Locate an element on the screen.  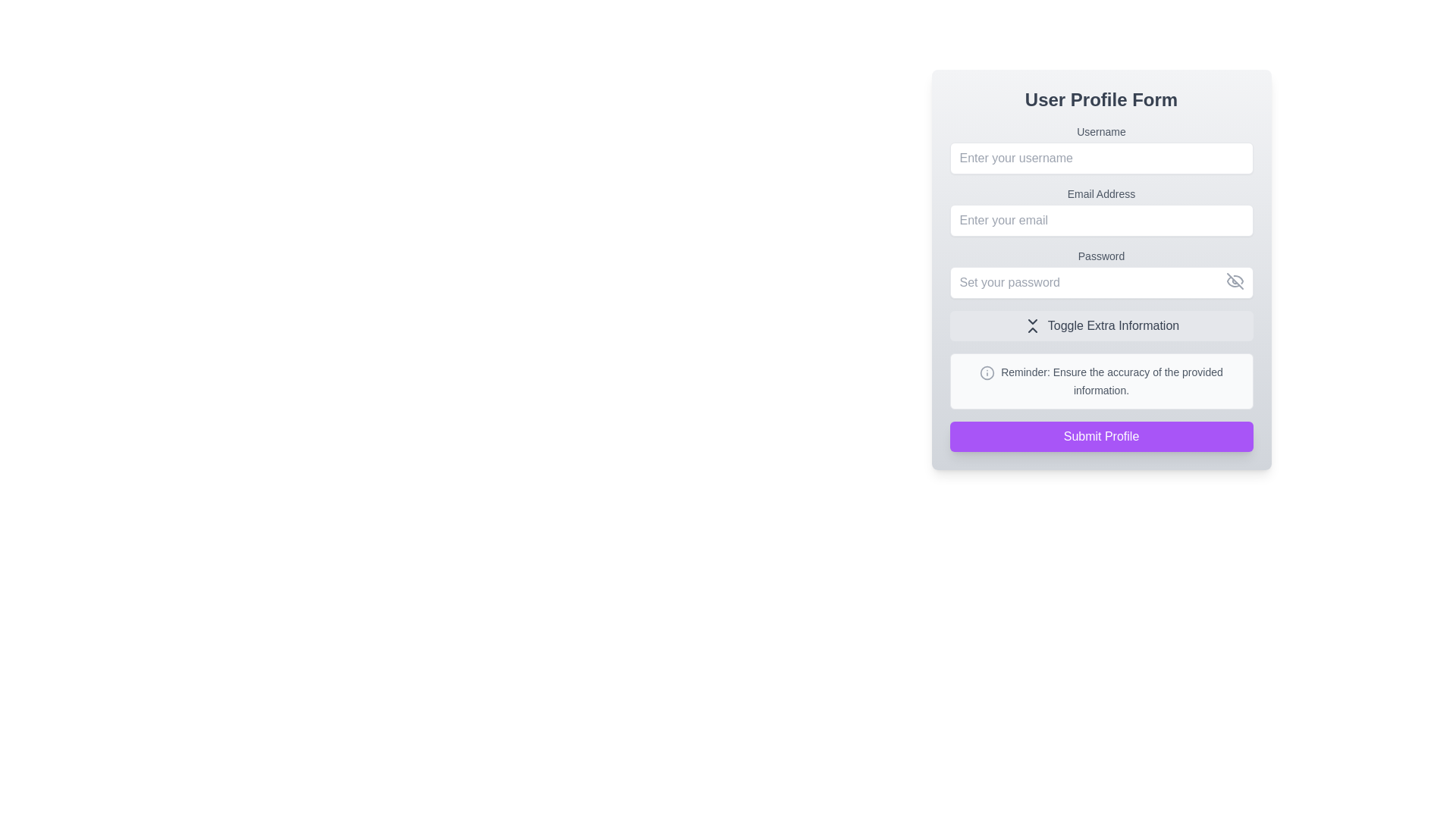
the password label that provides context for the password input field in the profile form is located at coordinates (1101, 256).